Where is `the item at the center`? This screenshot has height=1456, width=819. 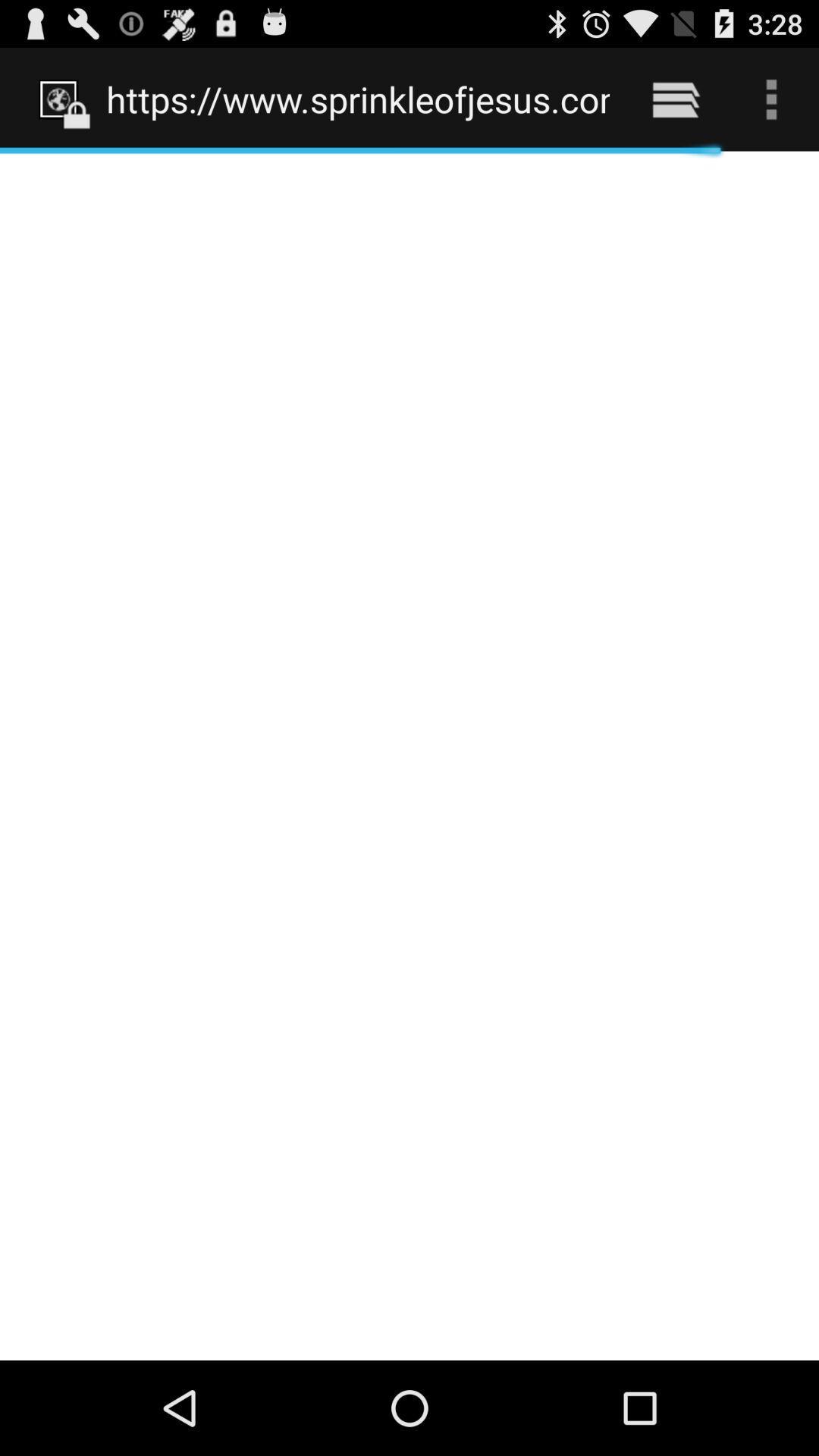 the item at the center is located at coordinates (409, 755).